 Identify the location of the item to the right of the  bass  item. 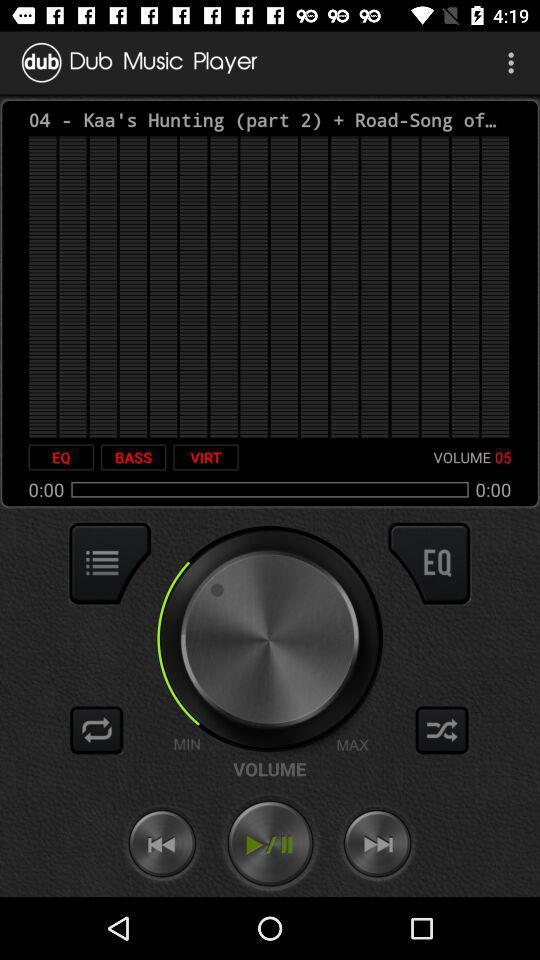
(205, 457).